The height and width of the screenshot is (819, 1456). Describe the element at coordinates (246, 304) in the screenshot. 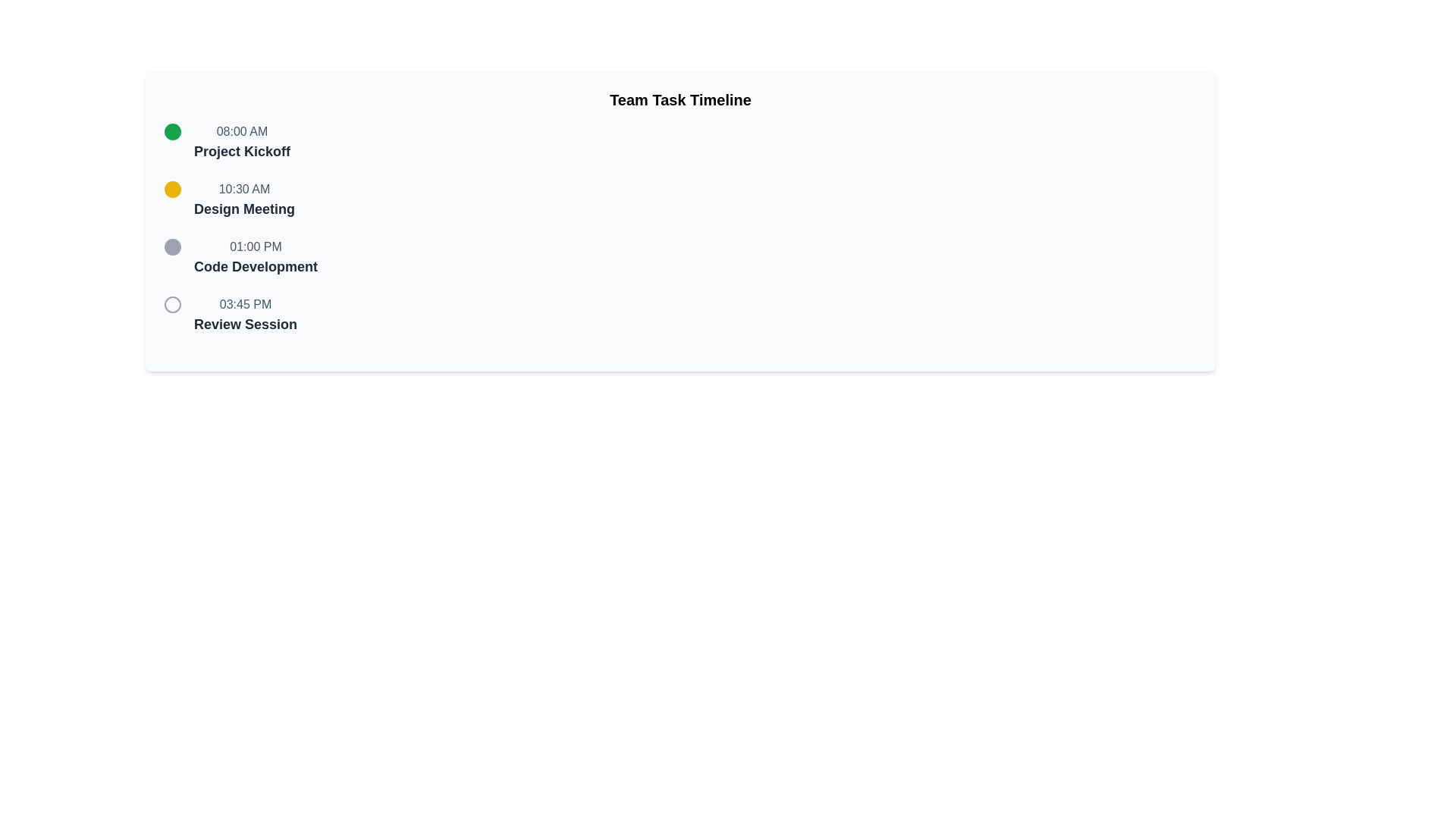

I see `the Static Text that indicates the time for the 'Review Session' activity, which is positioned as the fourth list item under 'Team Task Timeline'` at that location.